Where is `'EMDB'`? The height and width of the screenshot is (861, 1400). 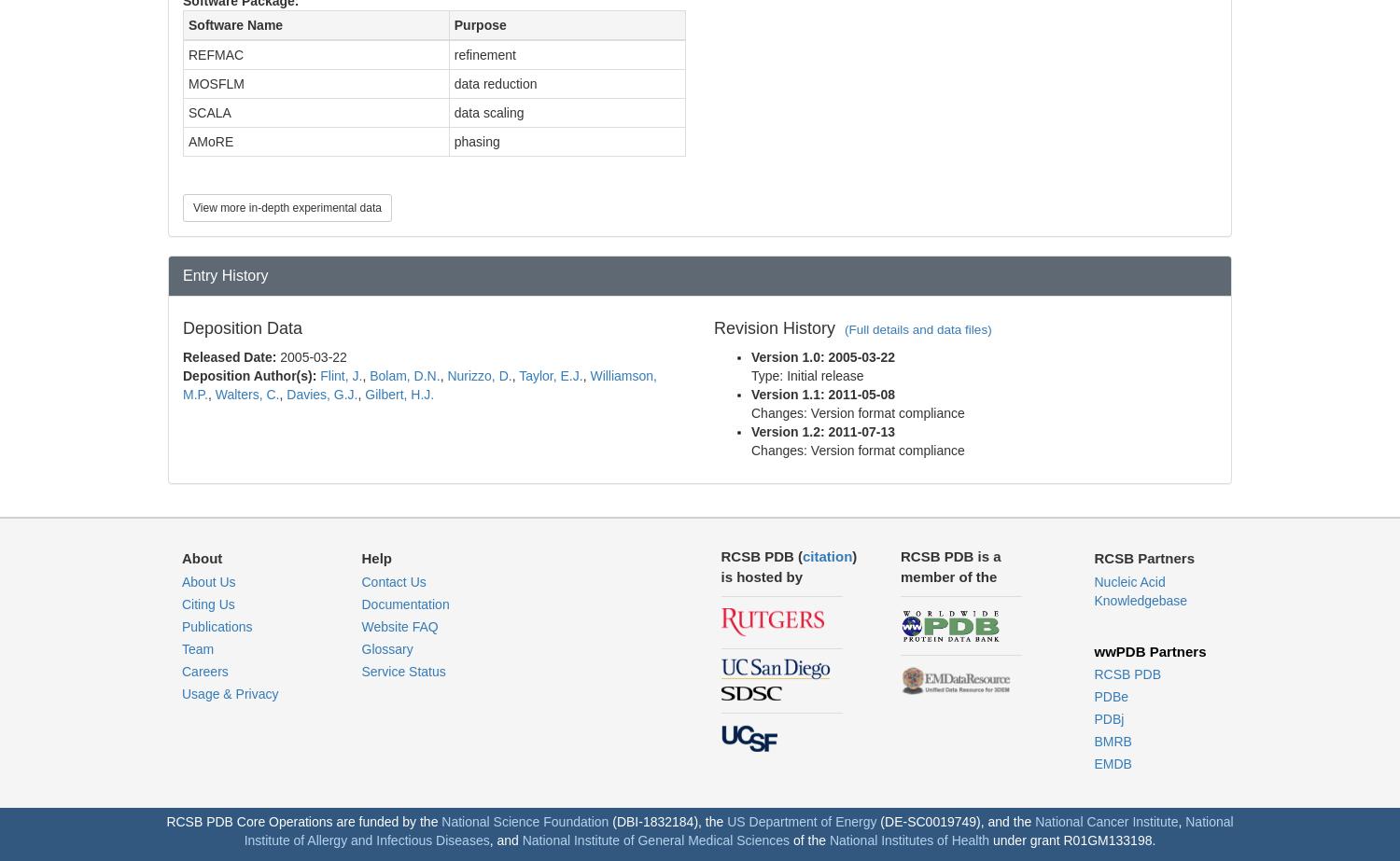 'EMDB' is located at coordinates (1112, 762).